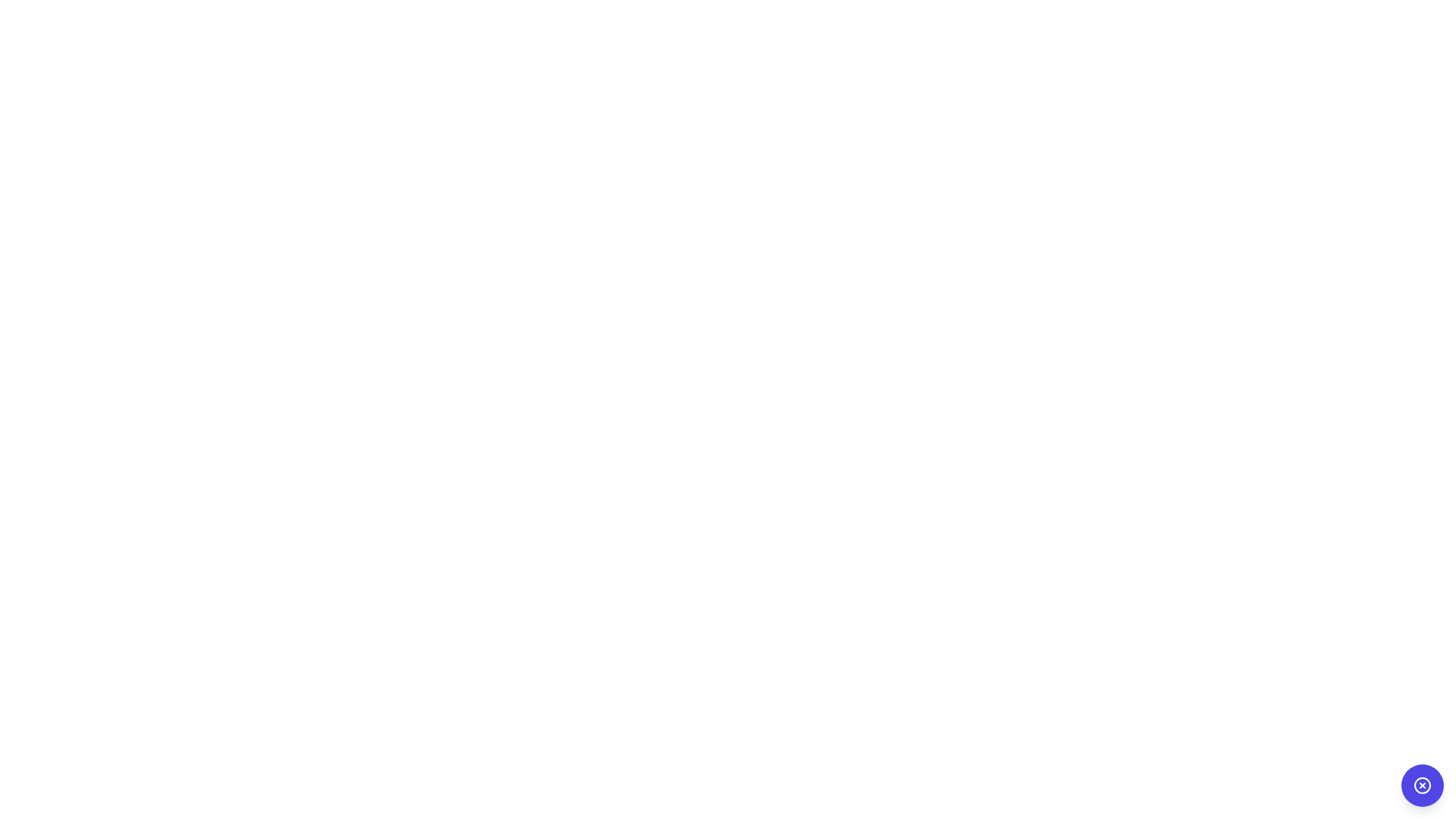  What do you see at coordinates (1422, 785) in the screenshot?
I see `the decorative icon located in the bottom-right corner of the circular blue button, which visually indicates a close or cancel action` at bounding box center [1422, 785].